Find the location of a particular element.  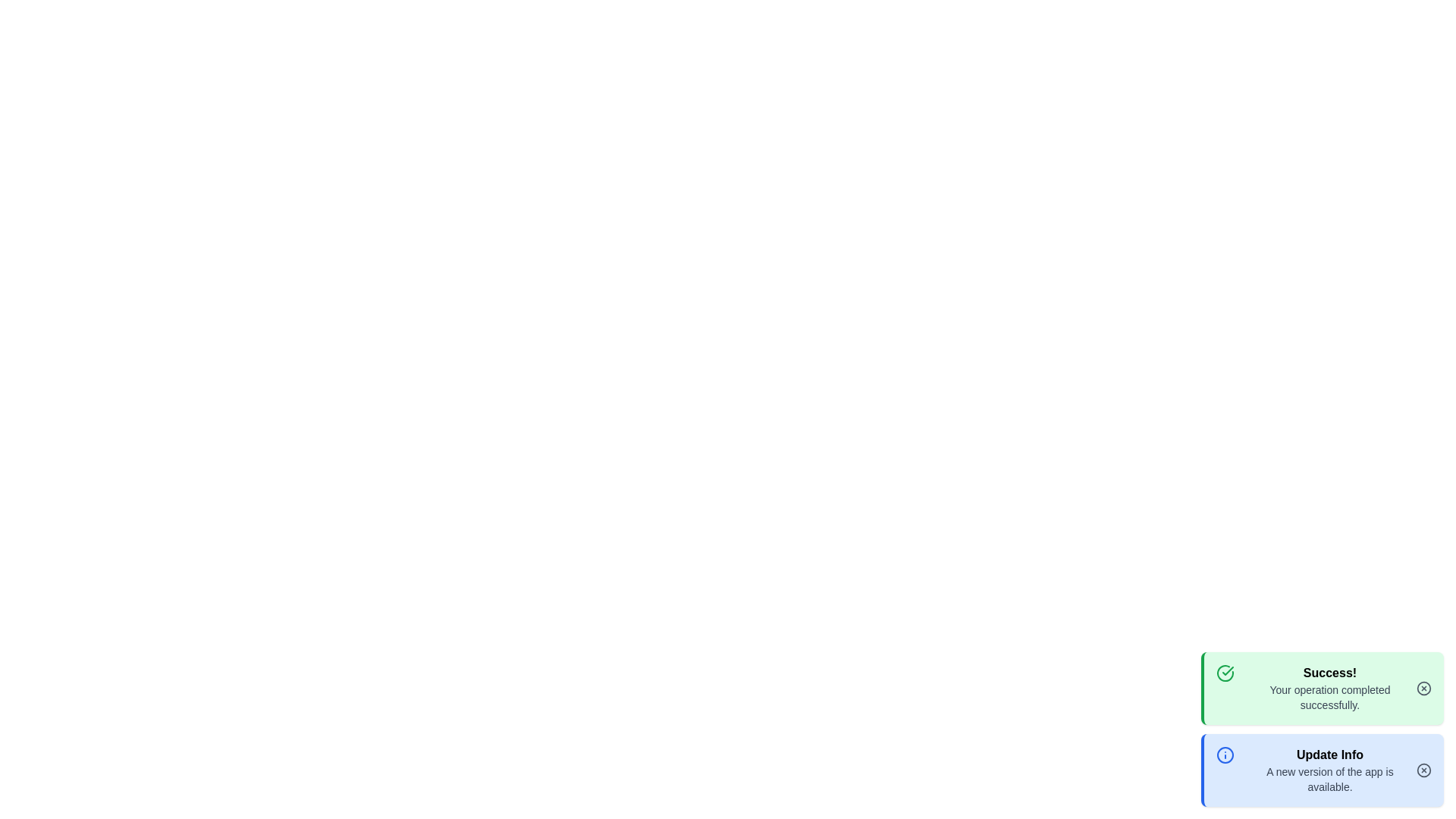

the informational Text Label that indicates the availability of a new app version, located in the 'Update Info' section, beneath the 'Success!' notification box is located at coordinates (1329, 780).